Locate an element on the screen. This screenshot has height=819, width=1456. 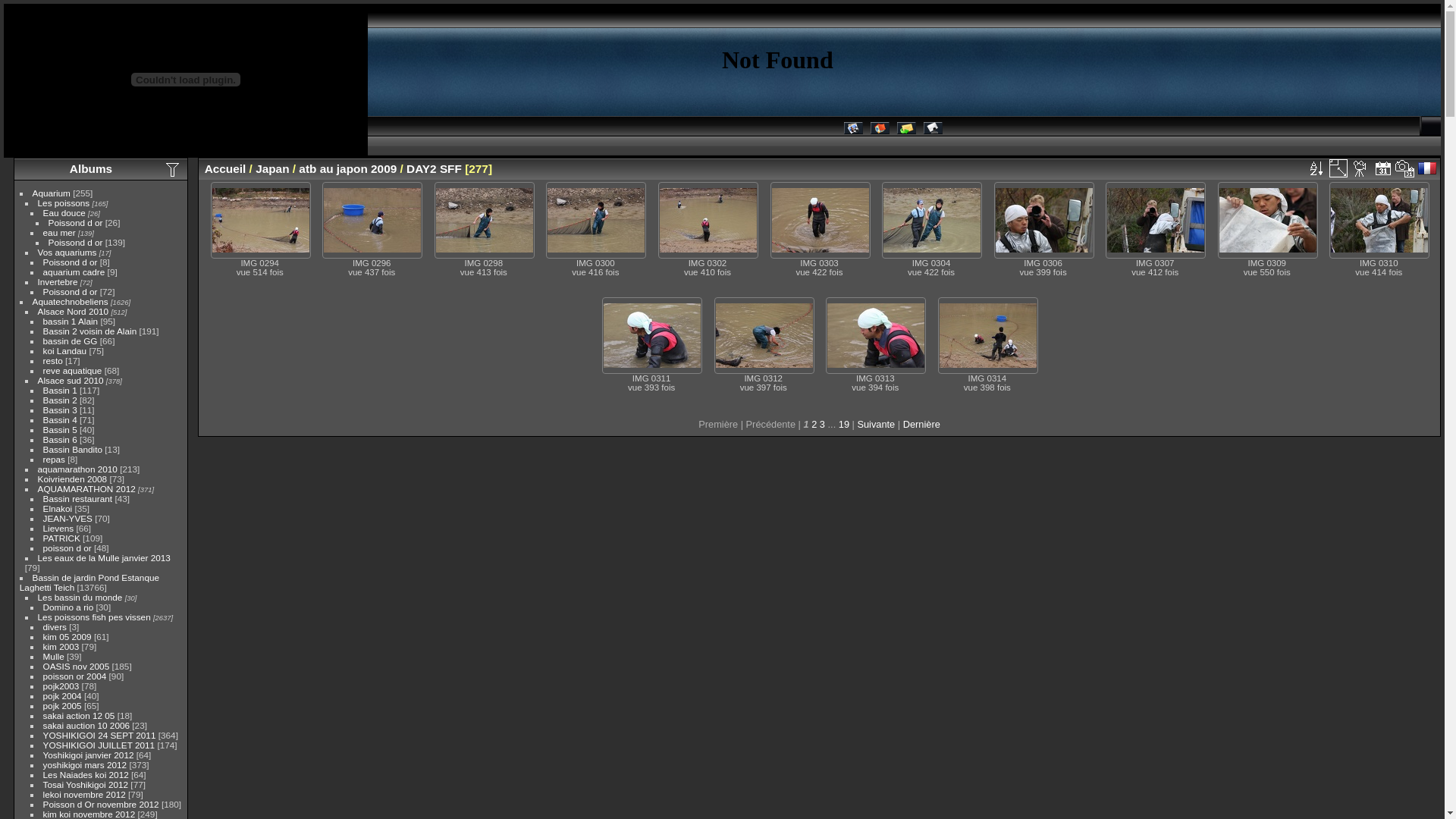
'IMG 0314 (398 visites)' is located at coordinates (987, 334).